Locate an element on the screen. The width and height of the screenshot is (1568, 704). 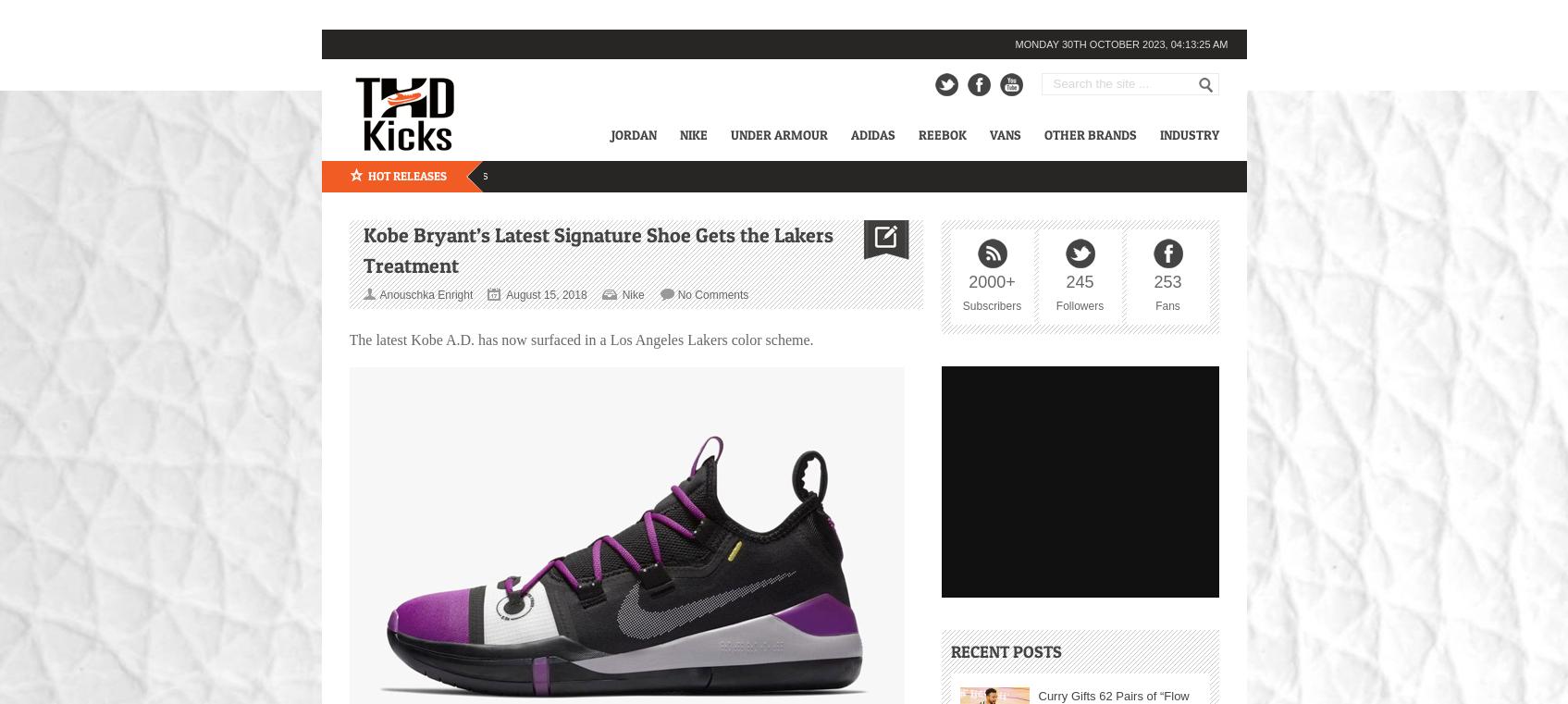
'The latest Kobe A.D. has now surfaced in a Los Angeles Lakers color scheme.' is located at coordinates (579, 339).